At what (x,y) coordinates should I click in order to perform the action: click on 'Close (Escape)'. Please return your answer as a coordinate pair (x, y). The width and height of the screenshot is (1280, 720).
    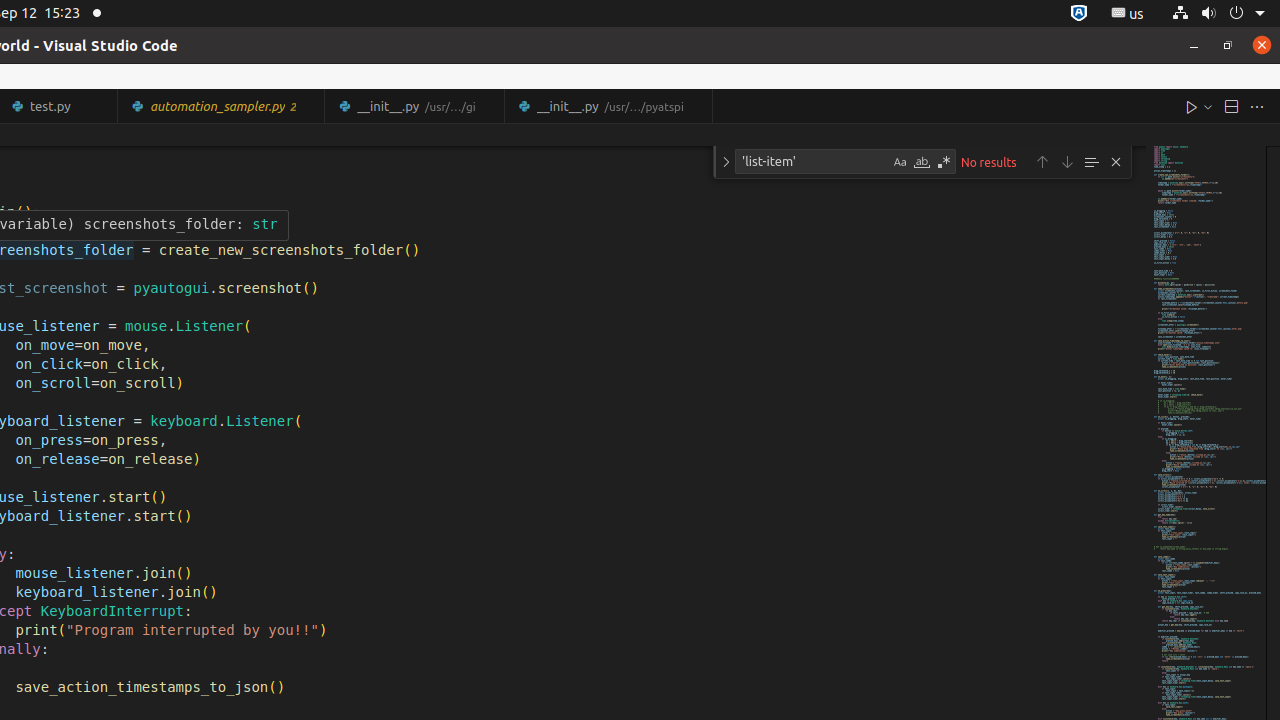
    Looking at the image, I should click on (1115, 161).